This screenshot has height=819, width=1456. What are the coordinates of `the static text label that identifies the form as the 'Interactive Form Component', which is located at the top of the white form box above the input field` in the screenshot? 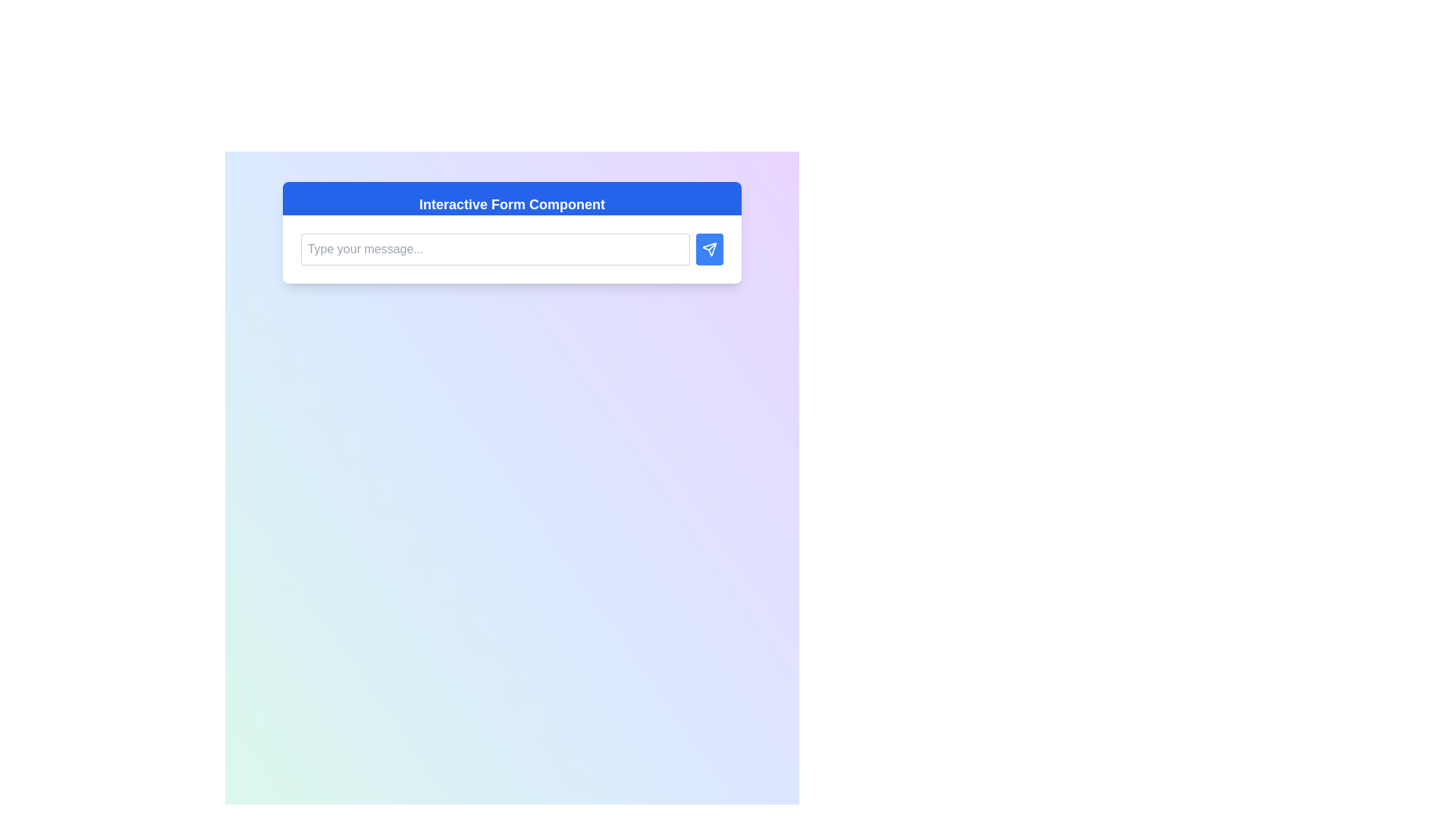 It's located at (512, 198).